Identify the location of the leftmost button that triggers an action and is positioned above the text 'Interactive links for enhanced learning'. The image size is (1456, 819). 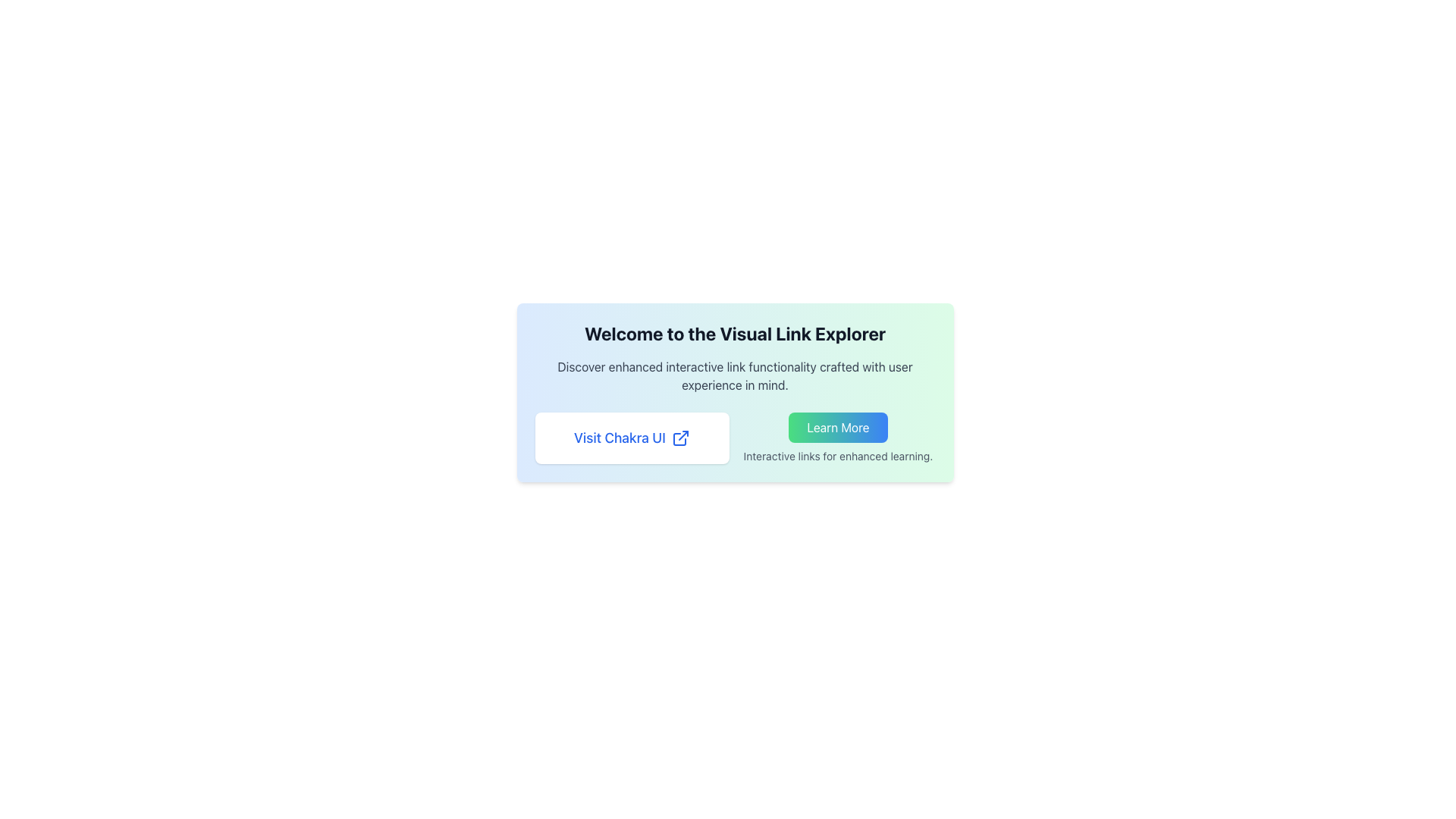
(837, 427).